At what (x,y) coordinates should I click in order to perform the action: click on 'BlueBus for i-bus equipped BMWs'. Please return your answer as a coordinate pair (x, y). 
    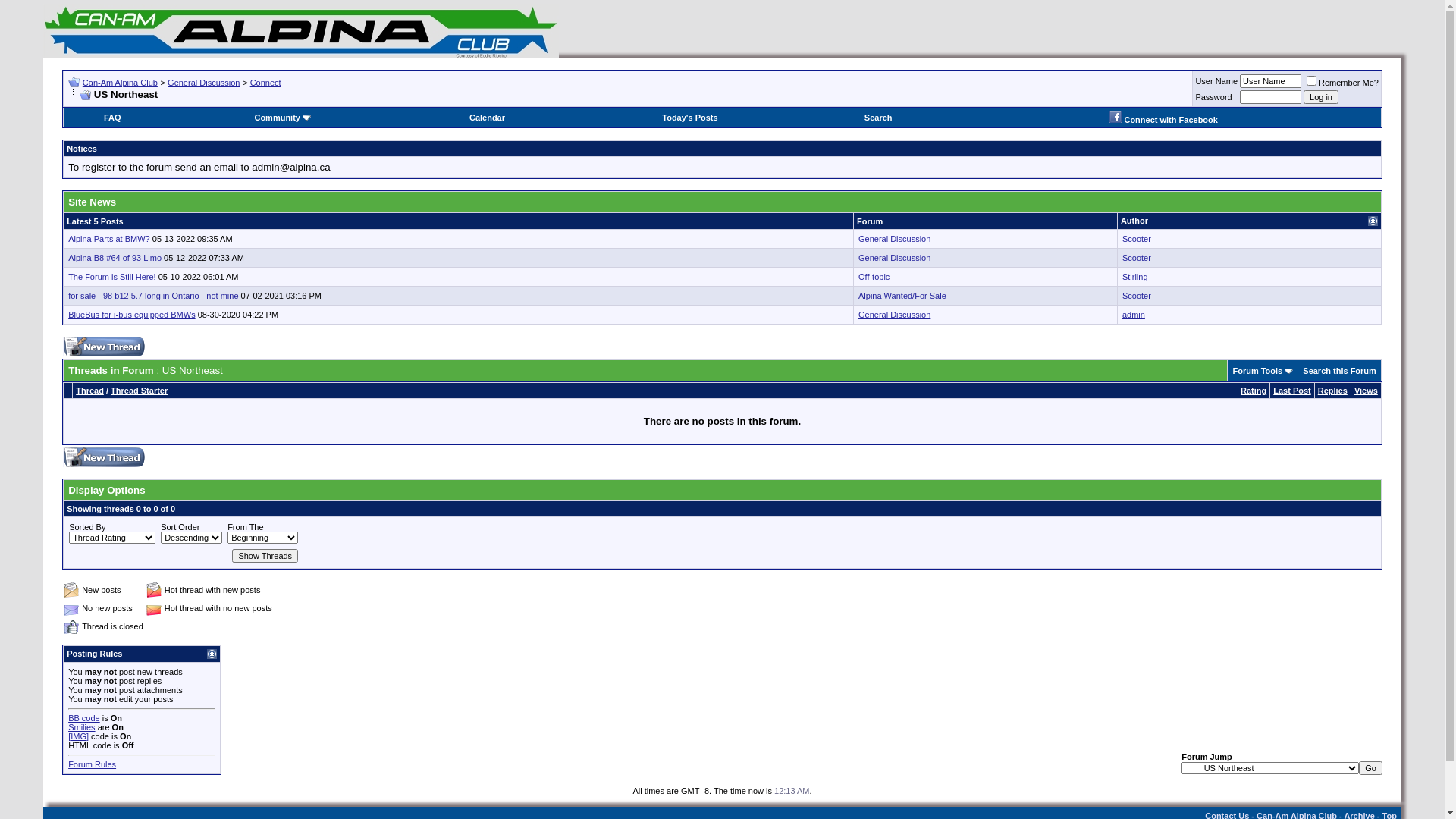
    Looking at the image, I should click on (67, 314).